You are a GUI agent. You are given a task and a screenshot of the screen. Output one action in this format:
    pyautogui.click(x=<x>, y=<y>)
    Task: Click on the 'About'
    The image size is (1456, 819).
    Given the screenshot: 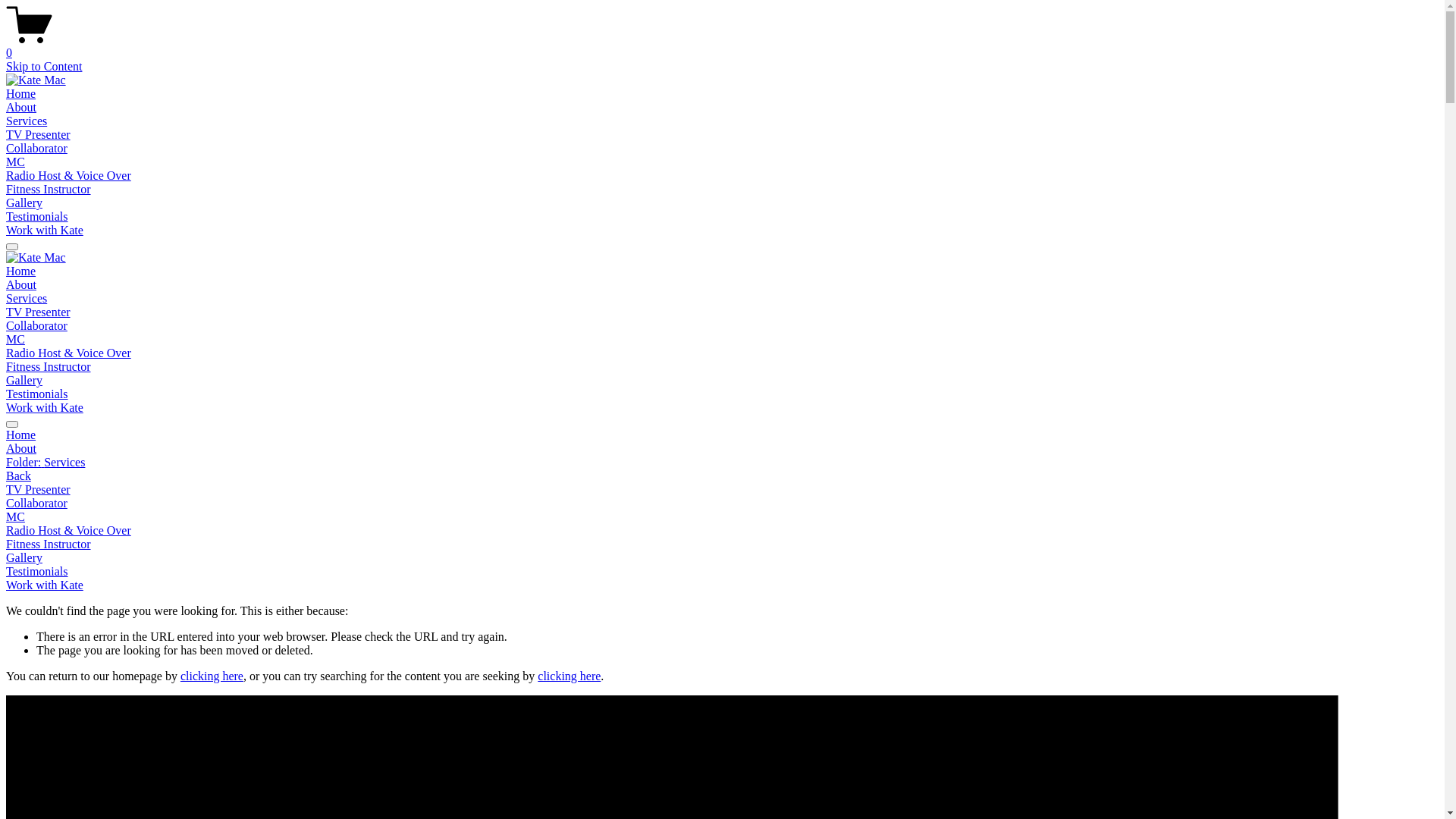 What is the action you would take?
    pyautogui.click(x=6, y=447)
    